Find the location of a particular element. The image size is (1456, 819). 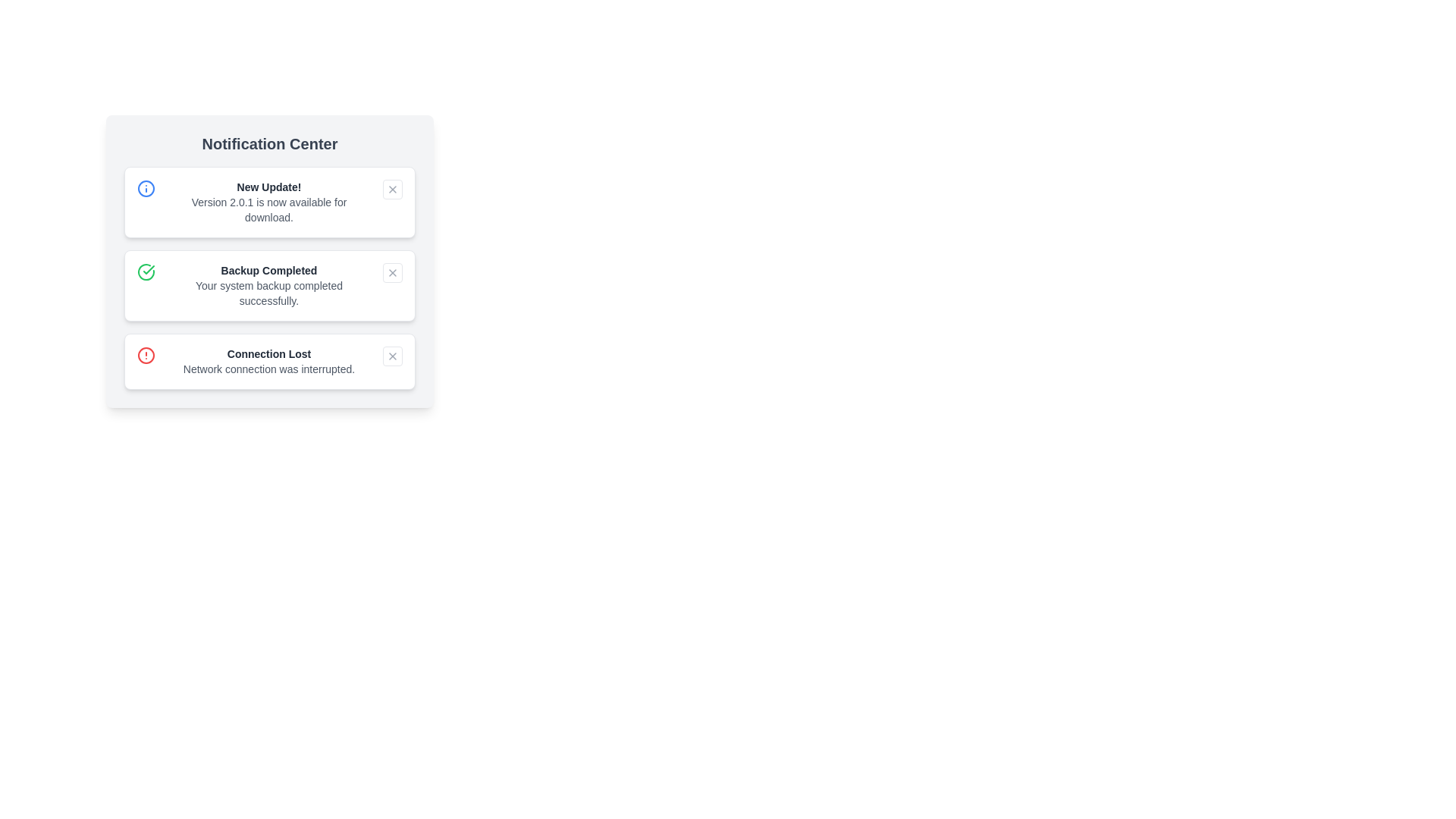

the blue circular icon with an 'i' symbol, located to the left of the notification text 'New Update! Version 2.0.1 is now available for download.' is located at coordinates (146, 188).